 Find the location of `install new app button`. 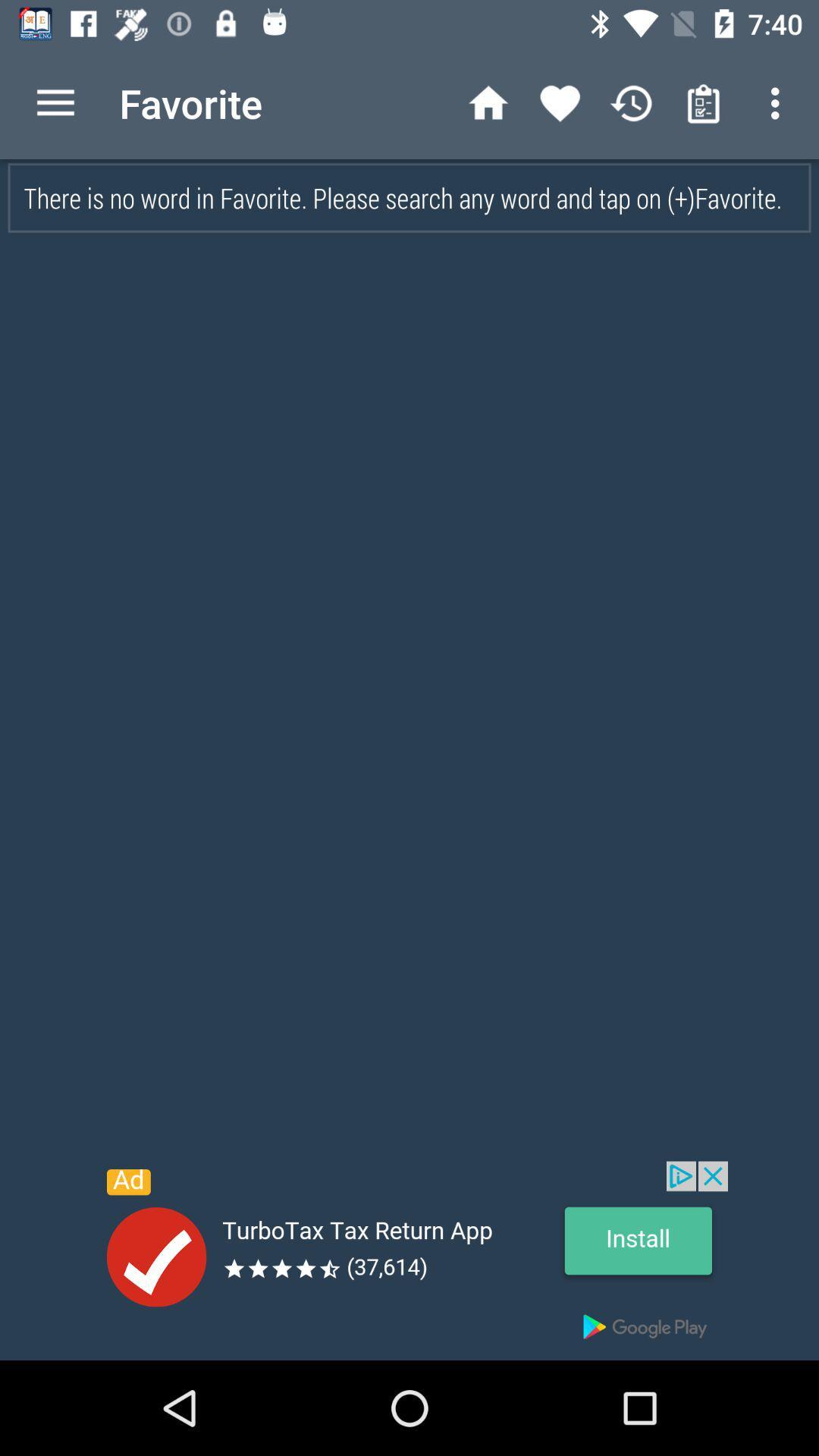

install new app button is located at coordinates (409, 1260).